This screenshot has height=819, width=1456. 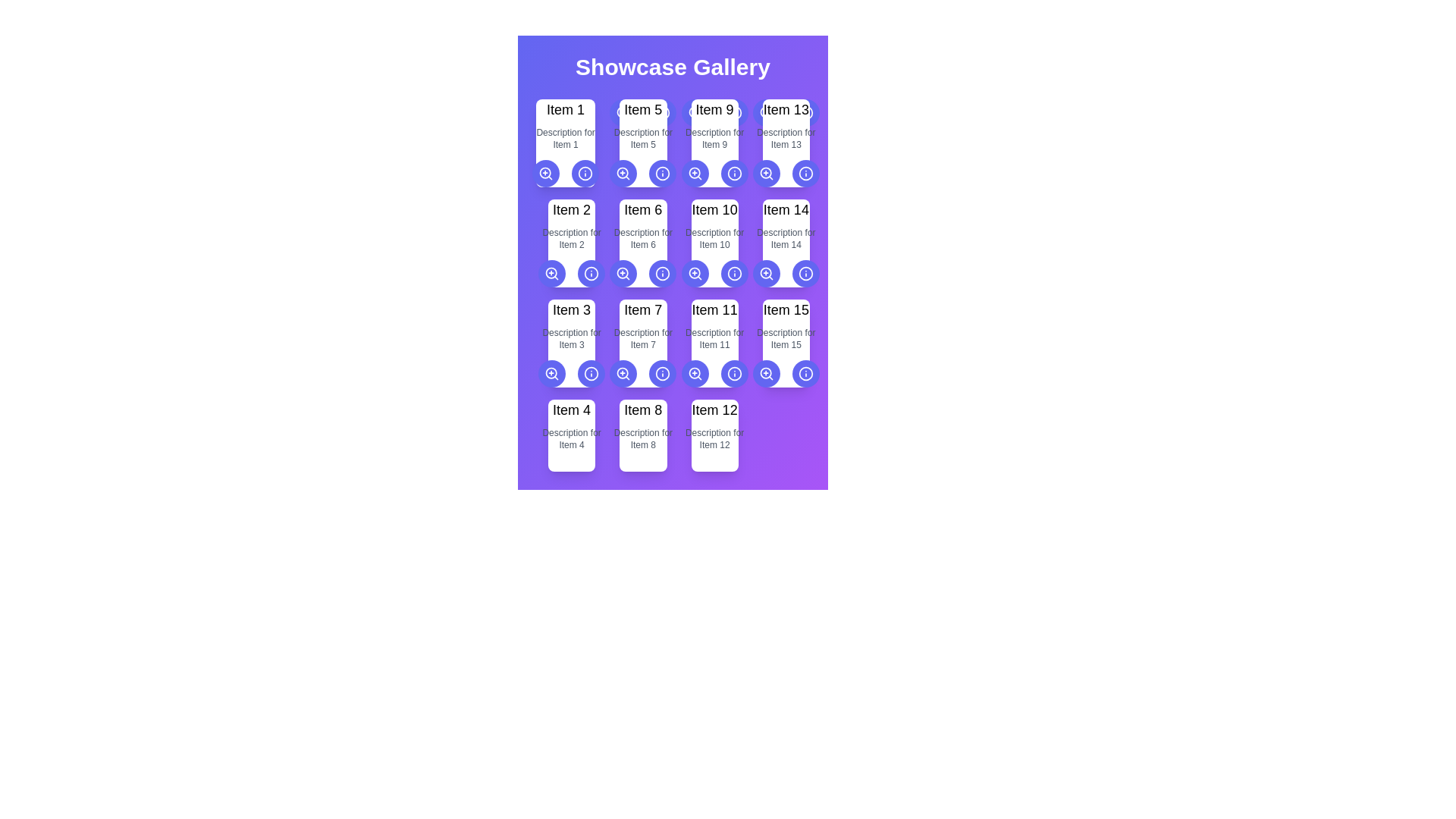 What do you see at coordinates (643, 172) in the screenshot?
I see `the left circular button with a magnifying glass icon for zooming in` at bounding box center [643, 172].